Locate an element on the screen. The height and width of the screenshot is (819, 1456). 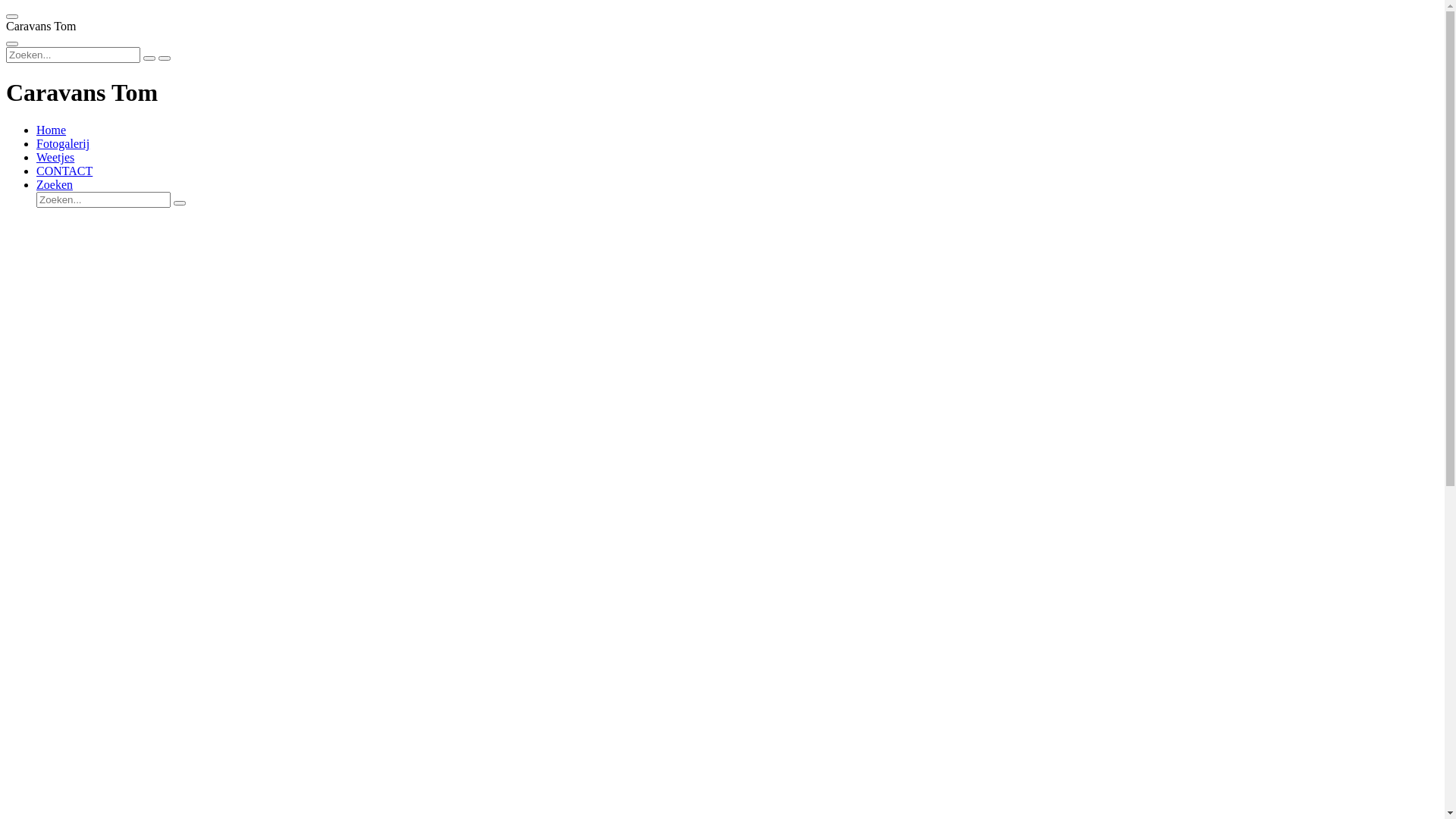
'Home' is located at coordinates (51, 129).